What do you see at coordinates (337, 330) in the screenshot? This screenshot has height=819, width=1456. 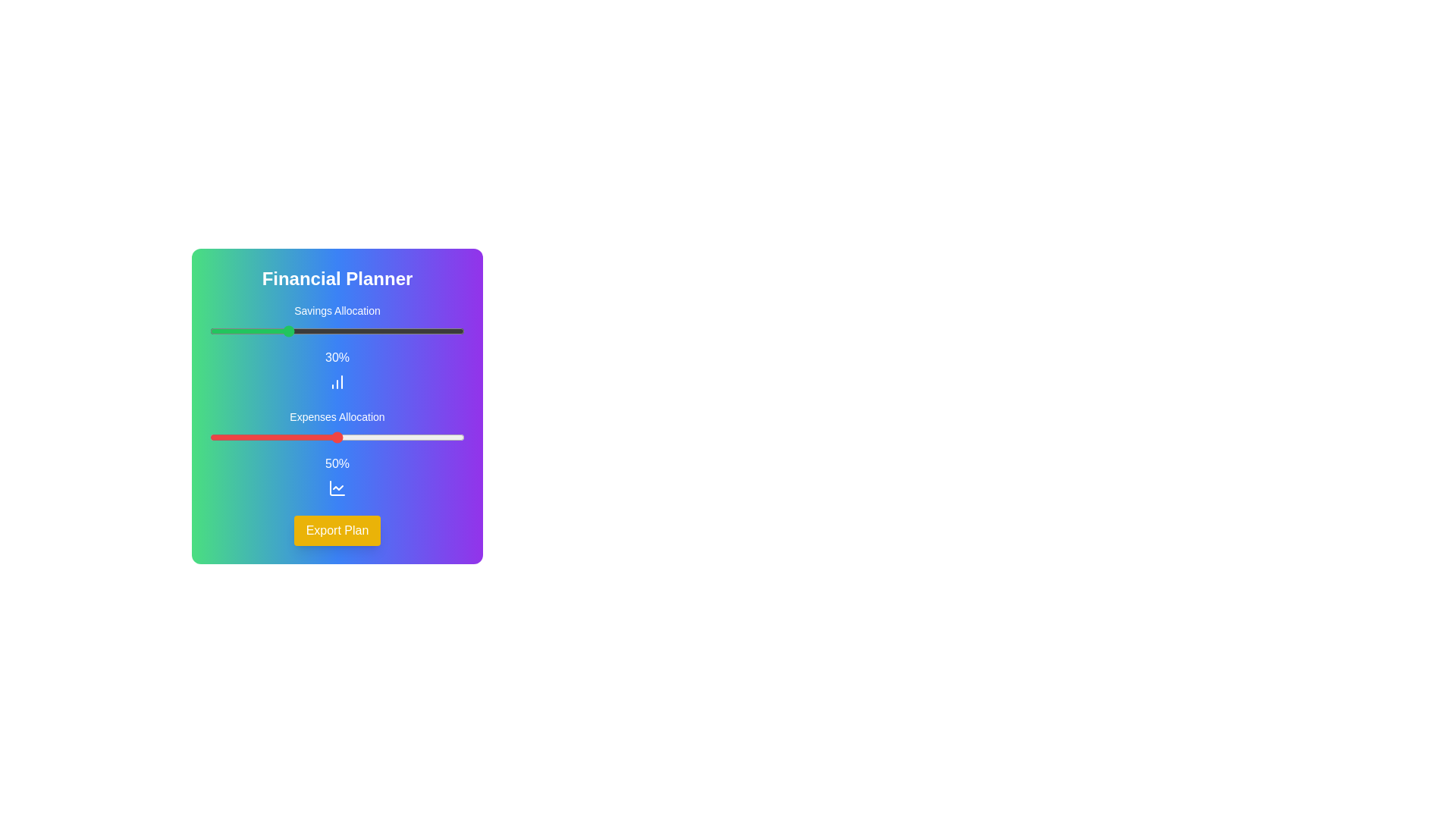 I see `the range slider for adjusting the 'Savings Allocation' value, which is positioned between the label 'Savings Allocation' and the percentage label '30%'` at bounding box center [337, 330].